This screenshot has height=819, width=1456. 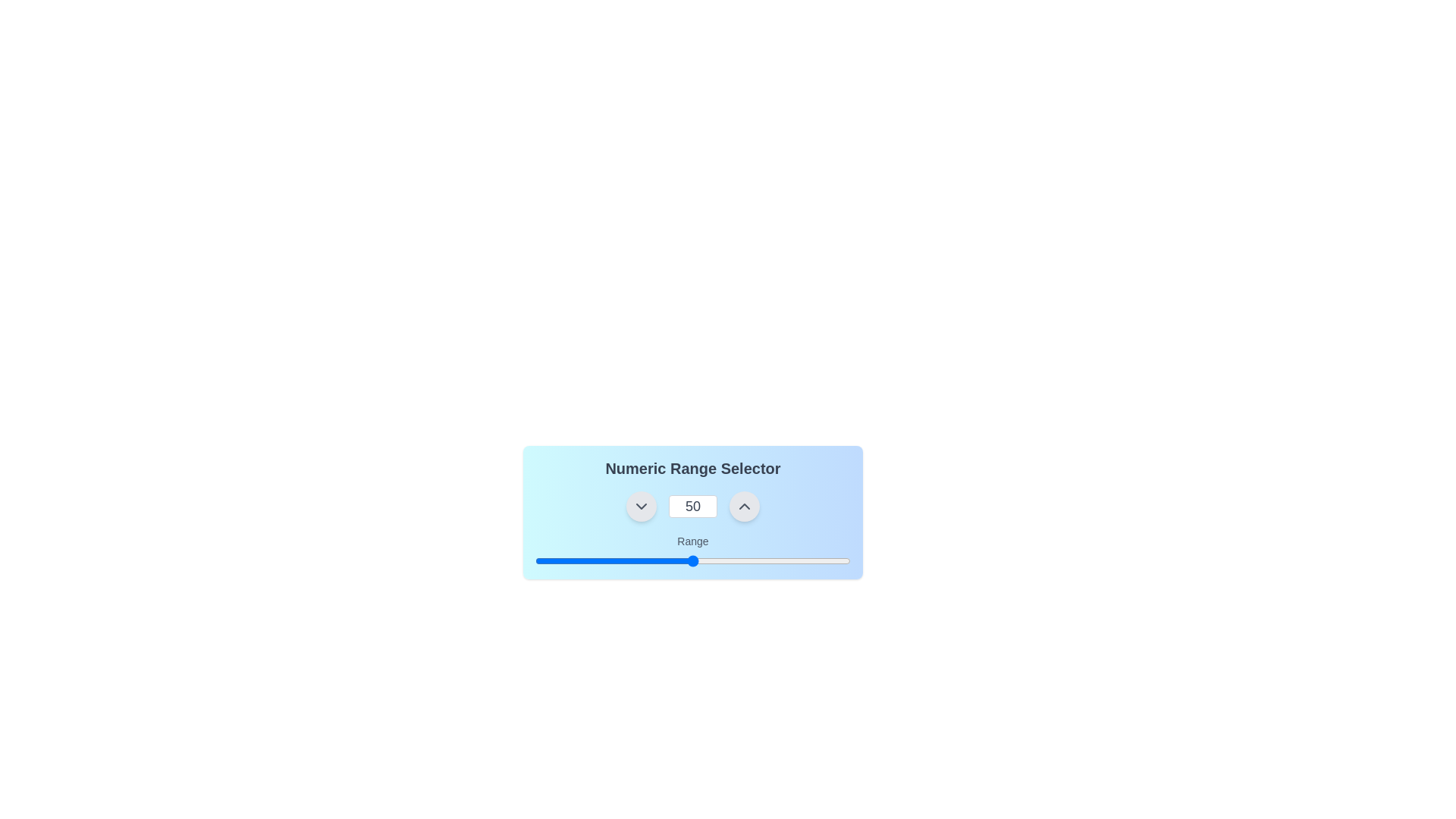 I want to click on the slider, so click(x=667, y=561).